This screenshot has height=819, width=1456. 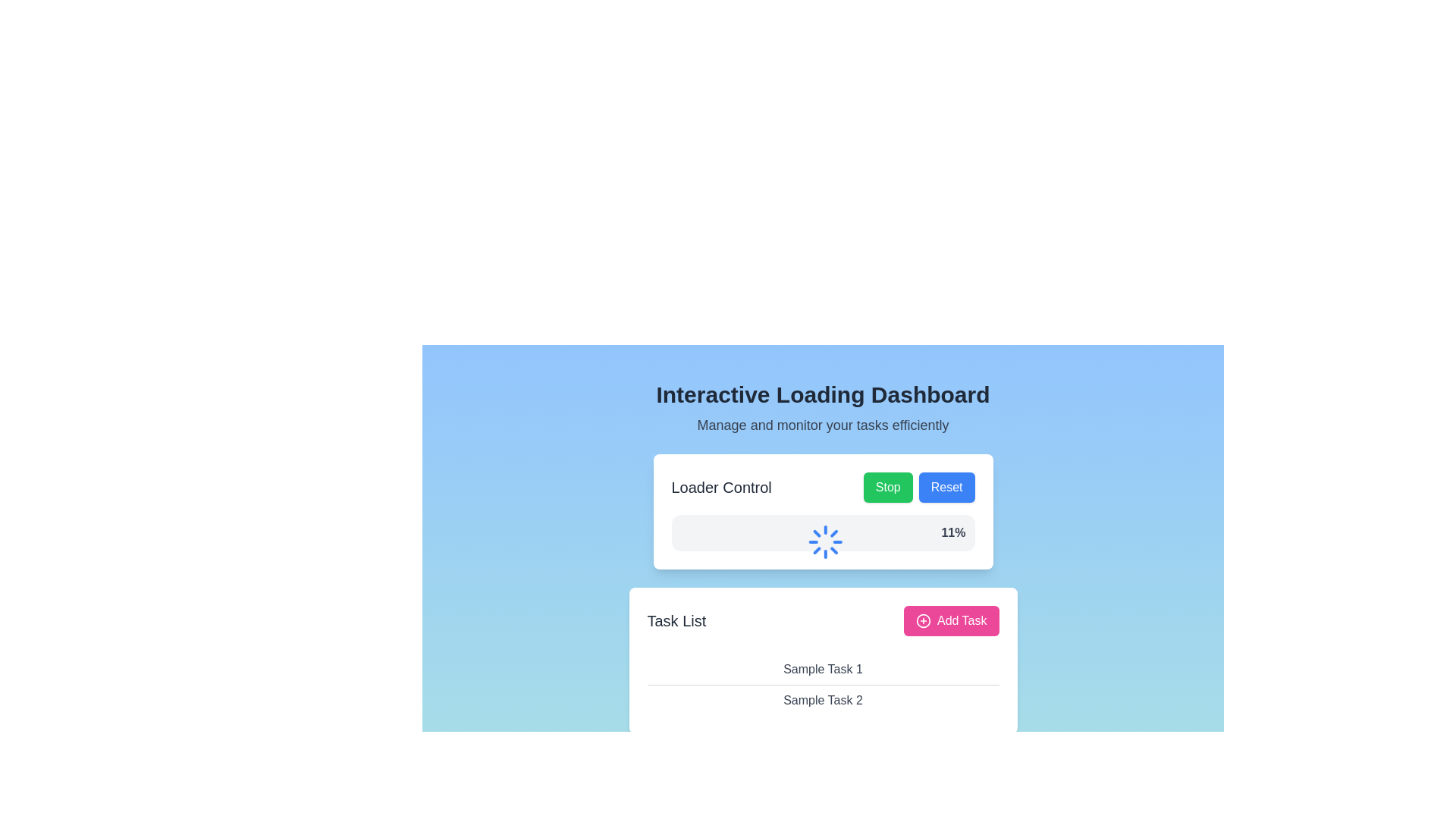 What do you see at coordinates (949, 620) in the screenshot?
I see `the rectangular button with a pink background and white text reading 'Add Task', which is located` at bounding box center [949, 620].